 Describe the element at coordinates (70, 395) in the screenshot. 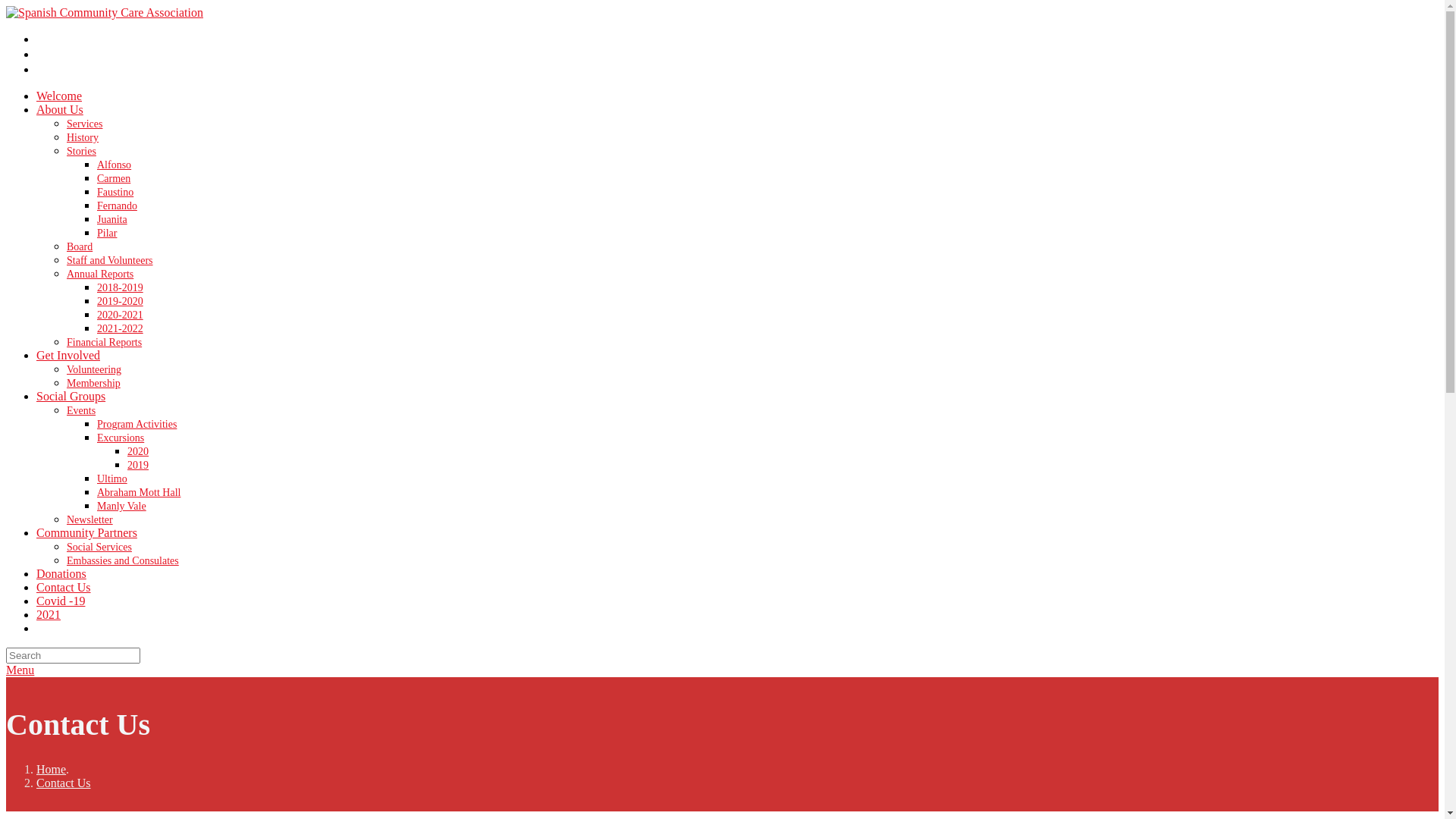

I see `'Social Groups'` at that location.